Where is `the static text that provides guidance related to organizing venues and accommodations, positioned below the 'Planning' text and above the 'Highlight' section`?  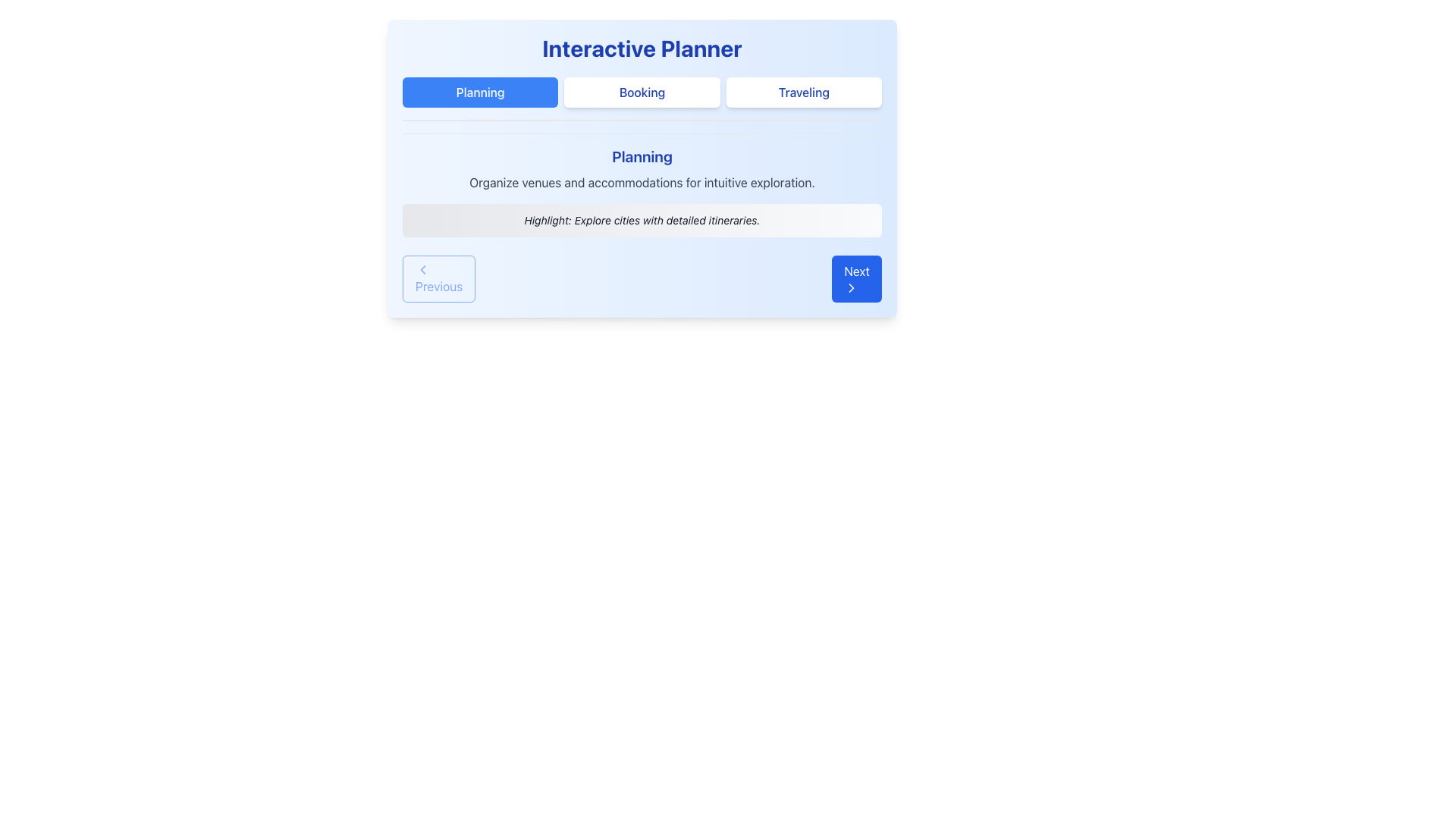
the static text that provides guidance related to organizing venues and accommodations, positioned below the 'Planning' text and above the 'Highlight' section is located at coordinates (642, 181).